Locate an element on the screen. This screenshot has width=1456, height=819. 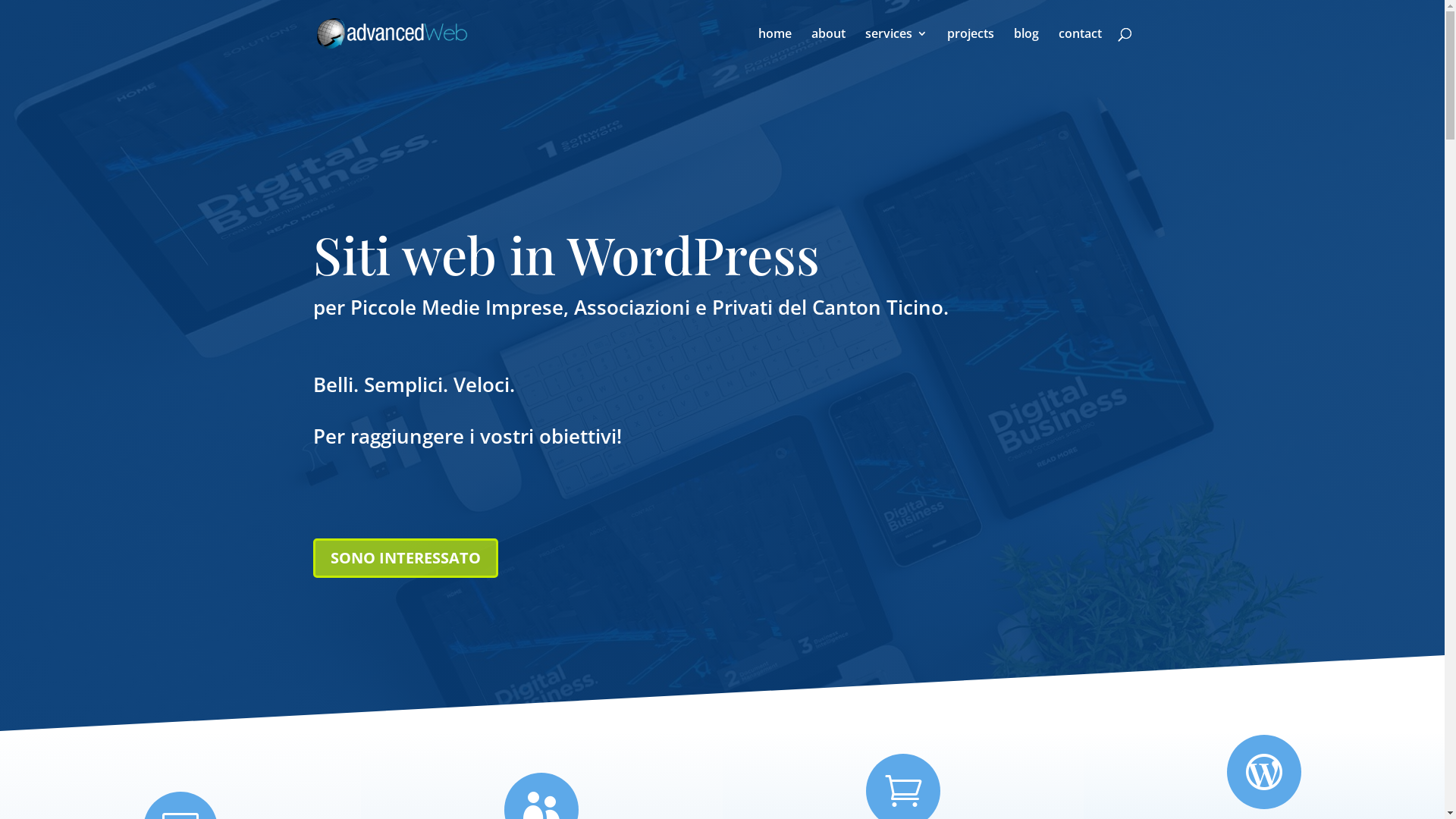
'services' is located at coordinates (895, 46).